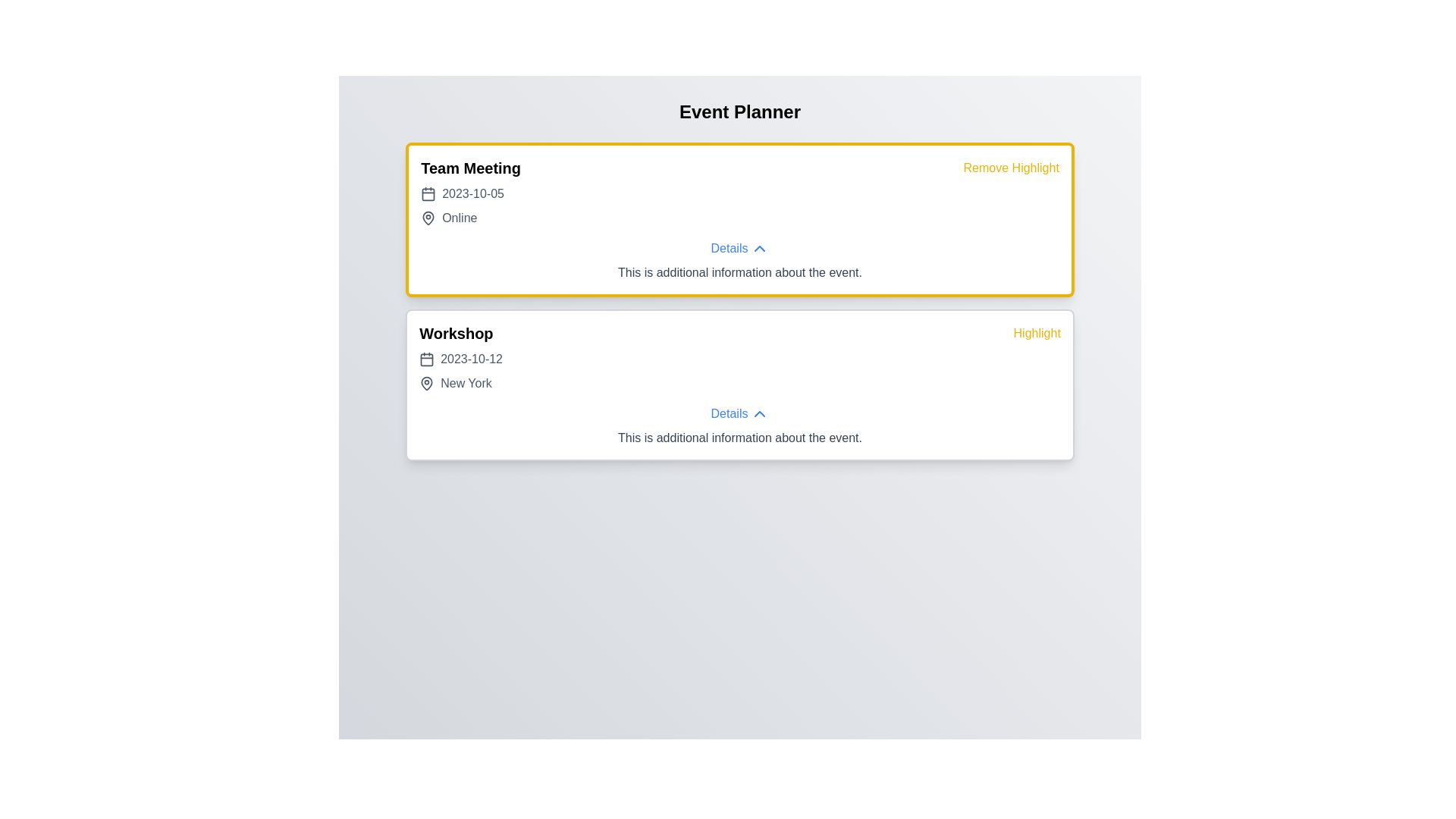 This screenshot has height=819, width=1456. Describe the element at coordinates (426, 359) in the screenshot. I see `the calendar icon located in the 'Workshop' event section, which has a square outline with rounded corners and is styled in dark gray, positioned left of the date '2023-10-12'` at that location.